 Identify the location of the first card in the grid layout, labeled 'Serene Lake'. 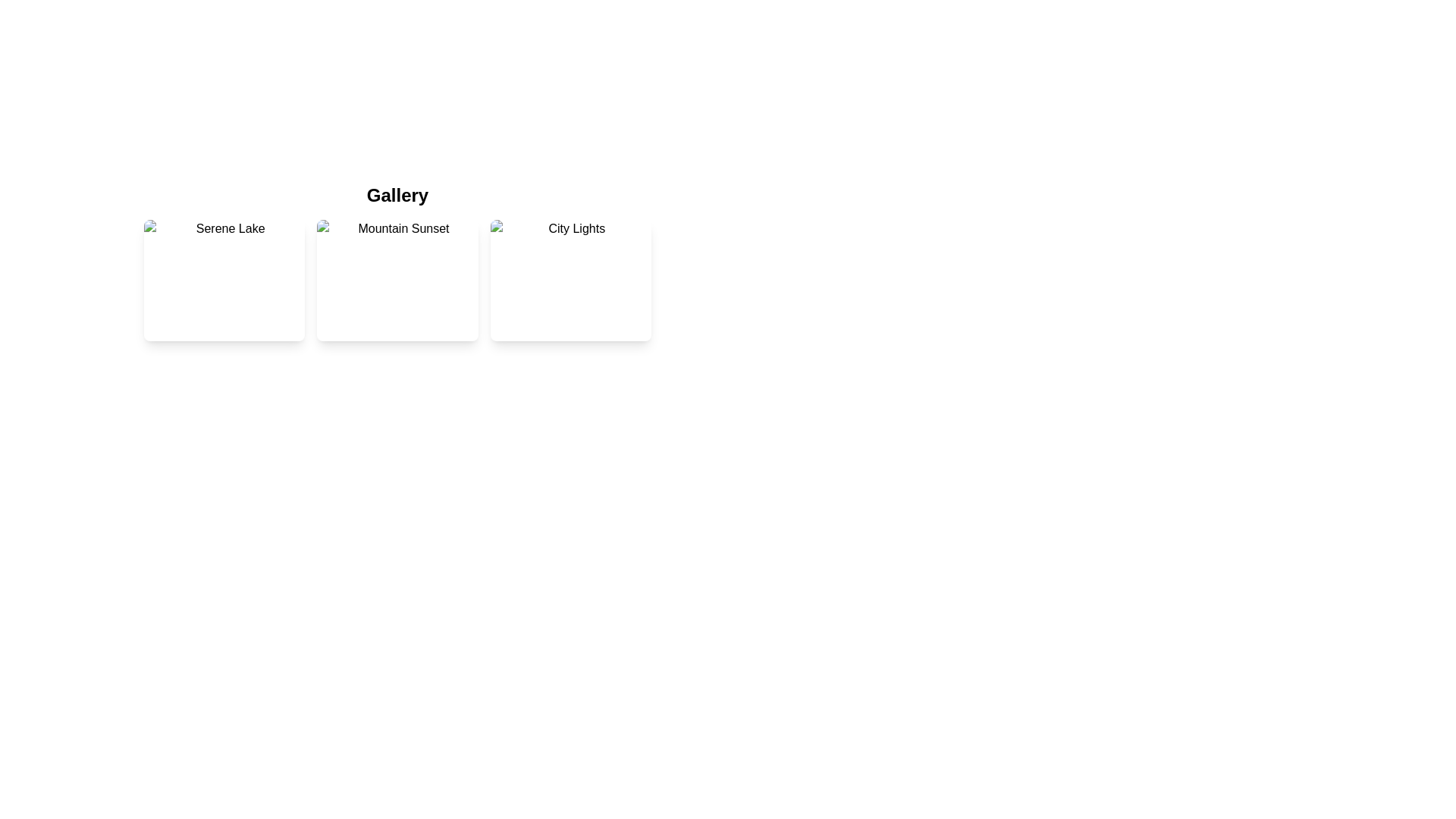
(224, 281).